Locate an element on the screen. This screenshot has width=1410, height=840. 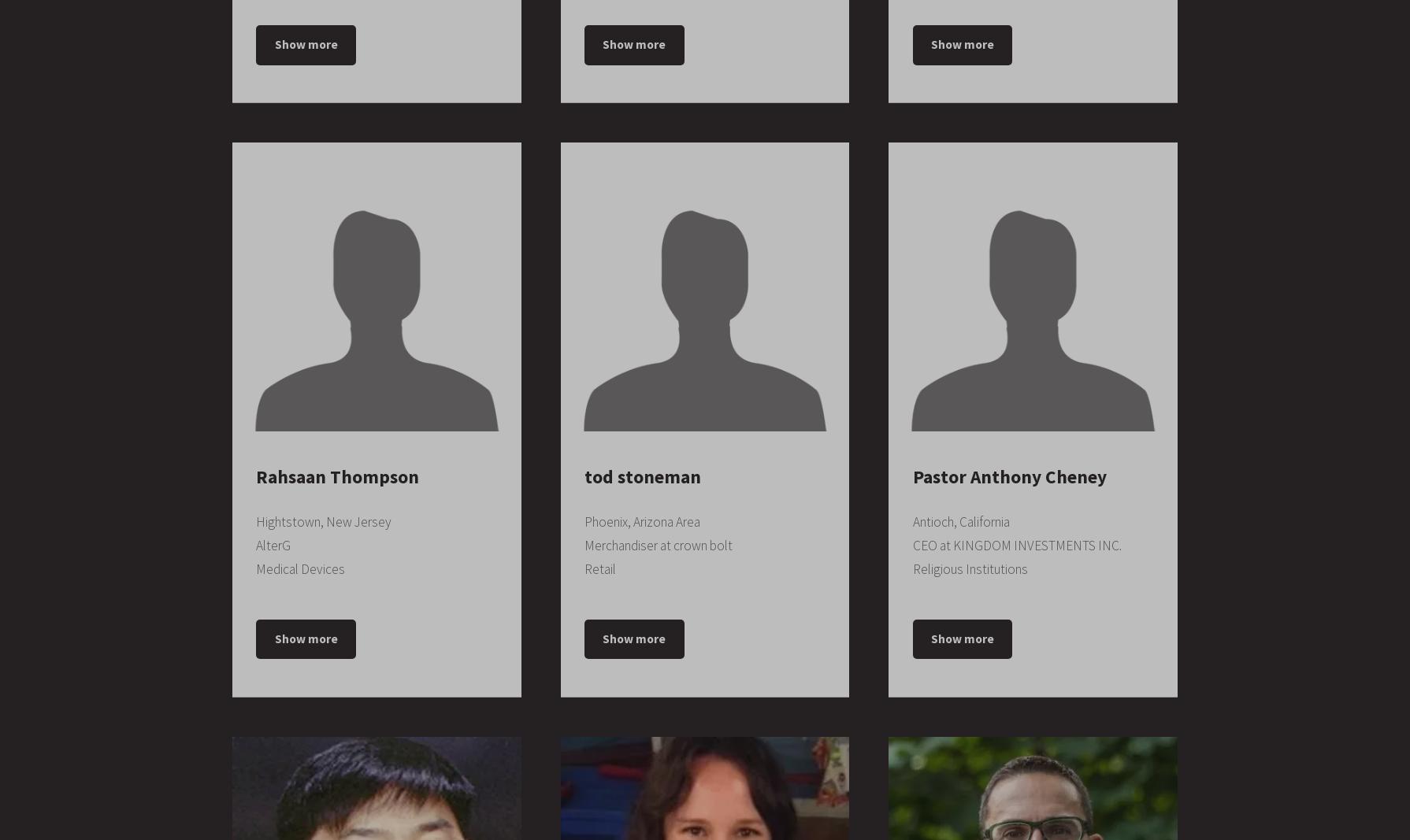
'March 2005 – July 2006' is located at coordinates (256, 630).